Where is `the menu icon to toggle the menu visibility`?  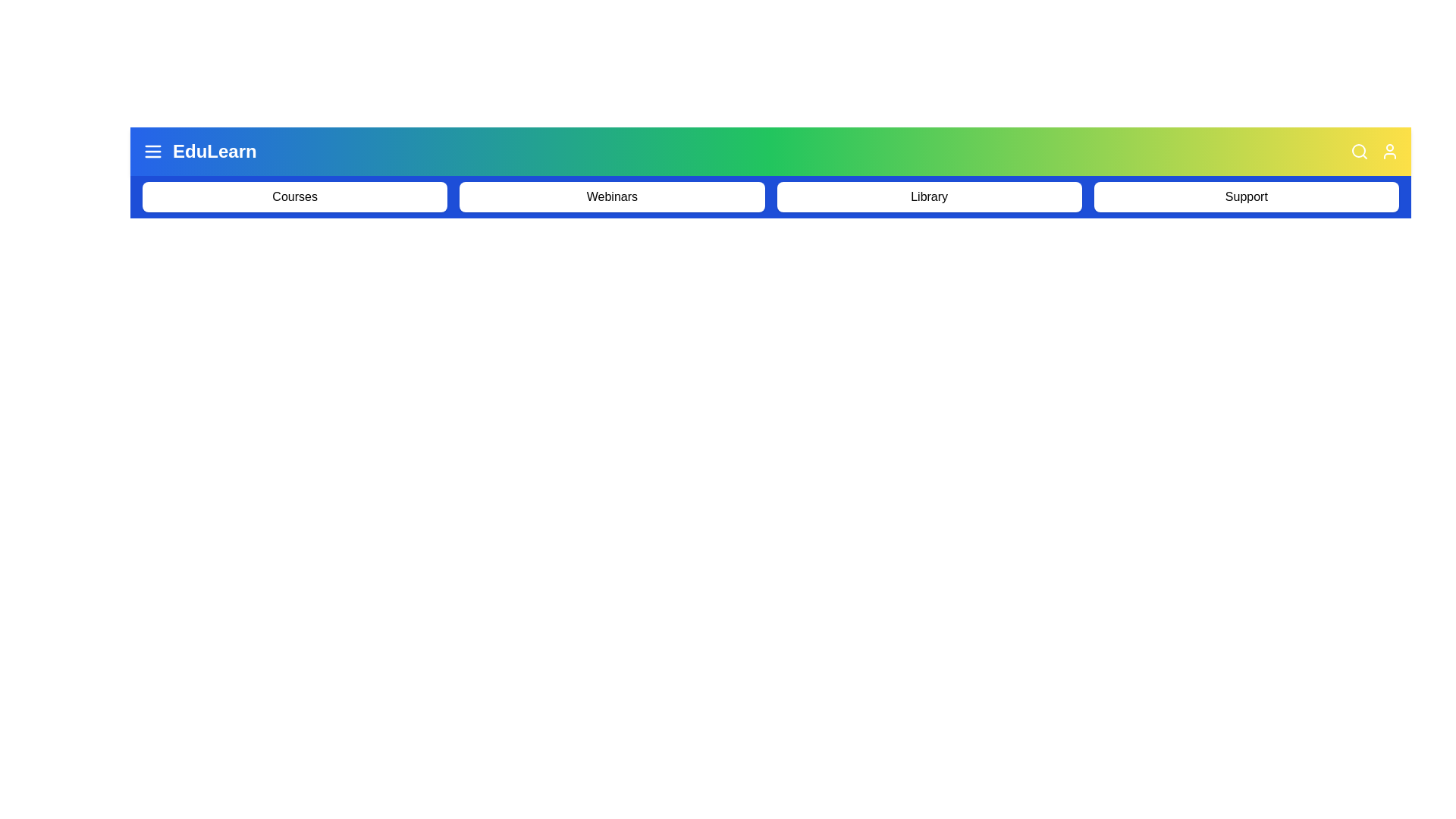 the menu icon to toggle the menu visibility is located at coordinates (152, 152).